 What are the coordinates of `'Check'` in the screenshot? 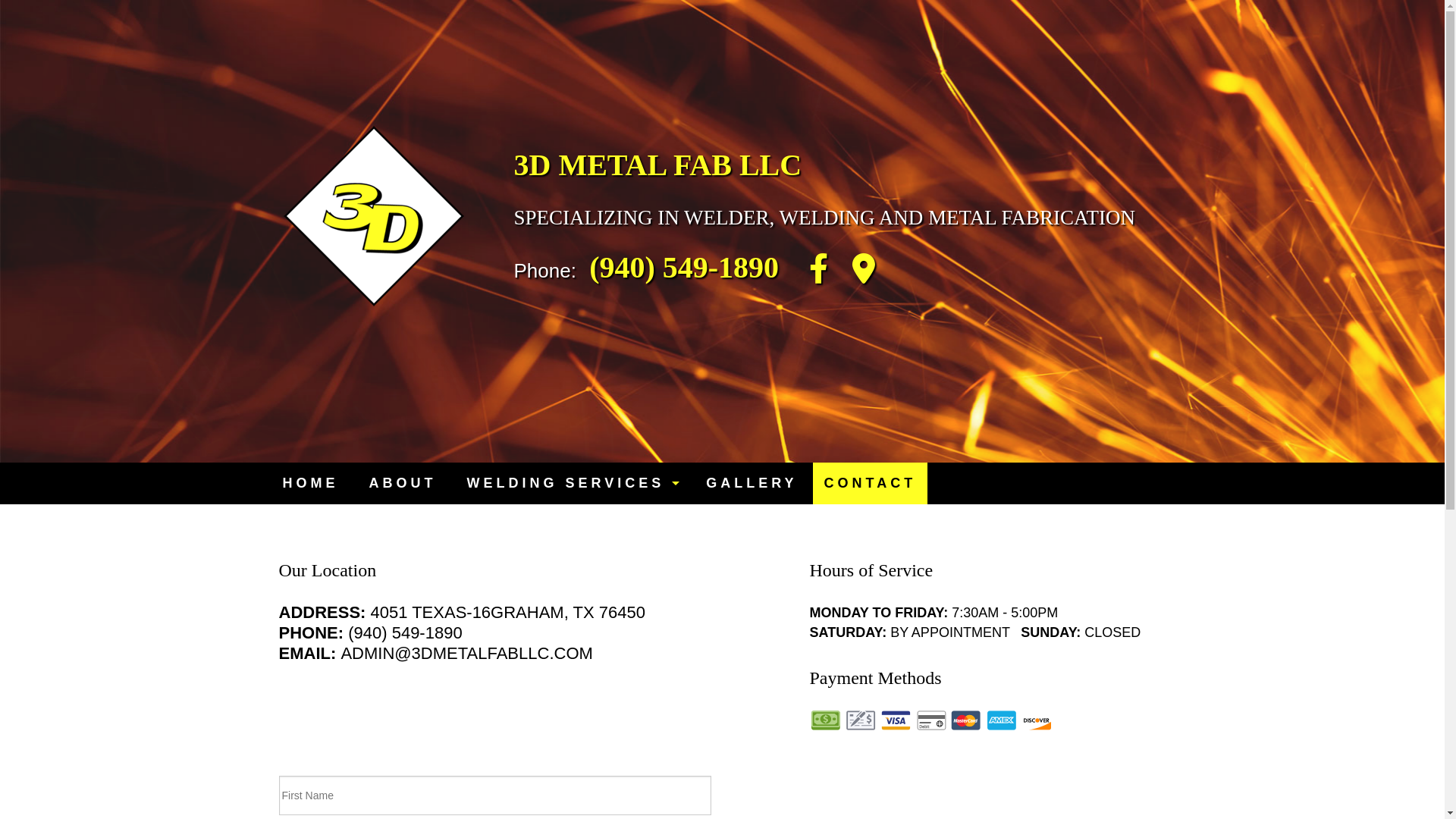 It's located at (843, 719).